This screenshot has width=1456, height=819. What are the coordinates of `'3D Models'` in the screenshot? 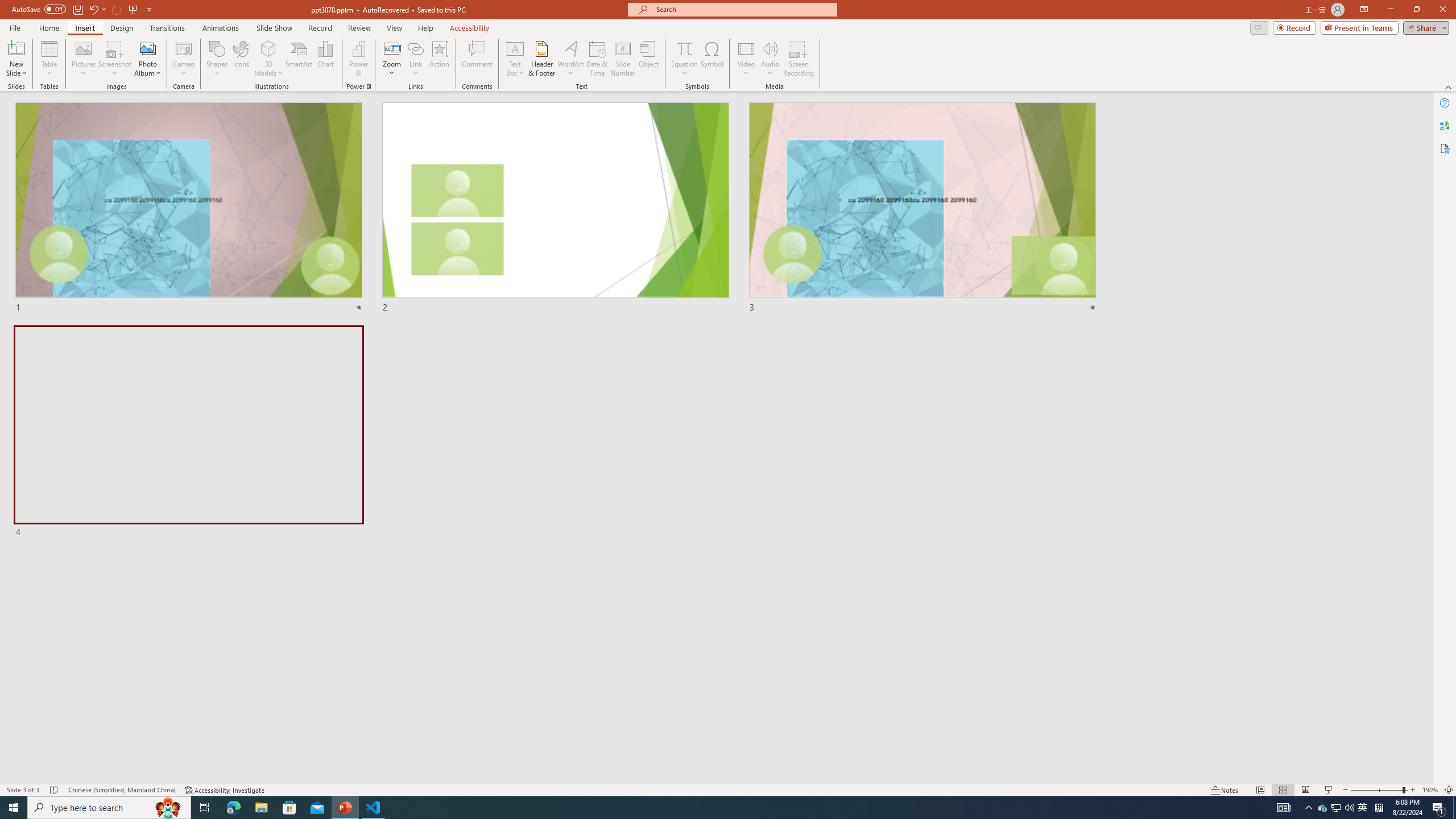 It's located at (268, 48).